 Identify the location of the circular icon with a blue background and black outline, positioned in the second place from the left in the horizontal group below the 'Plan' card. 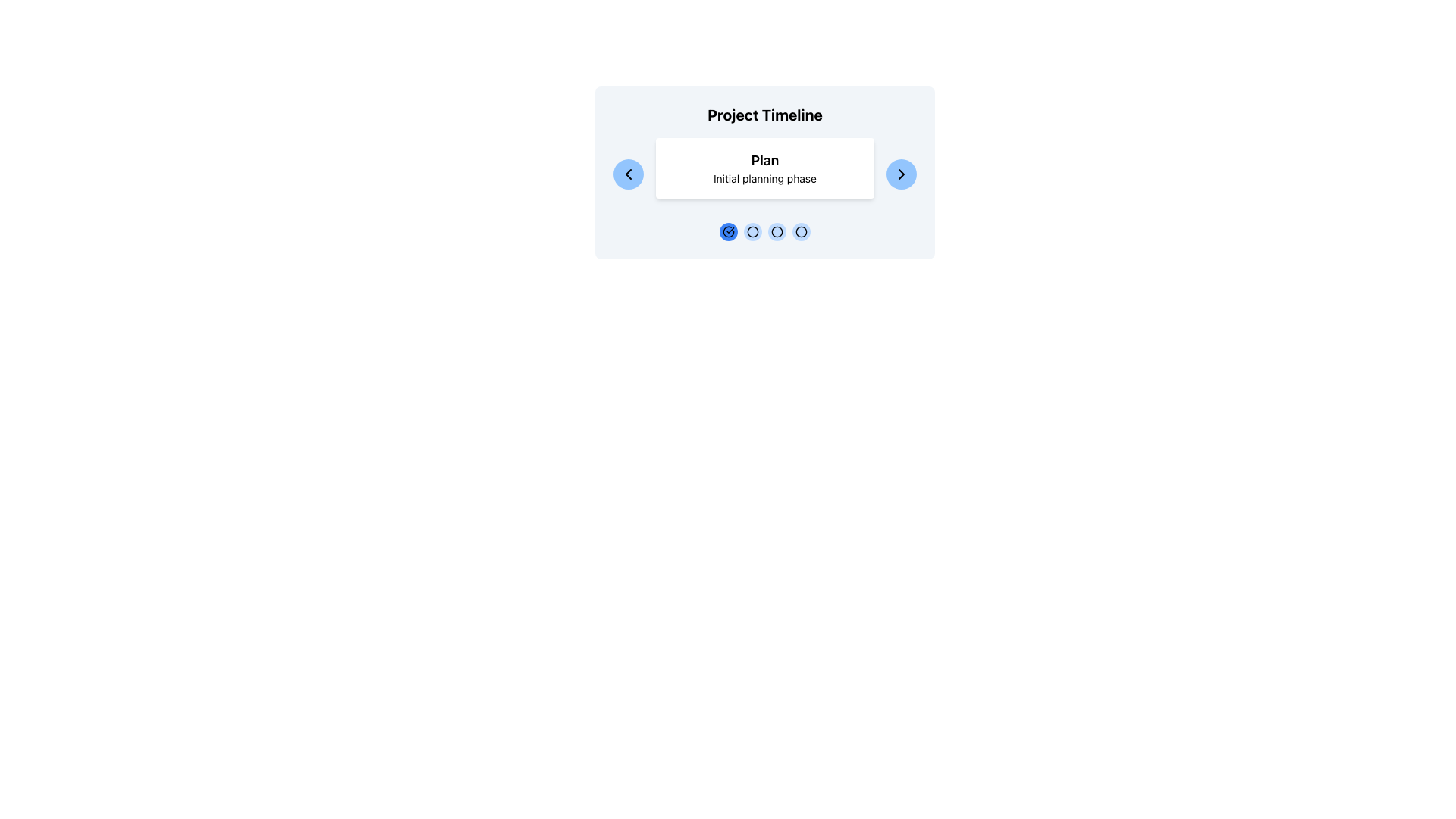
(753, 231).